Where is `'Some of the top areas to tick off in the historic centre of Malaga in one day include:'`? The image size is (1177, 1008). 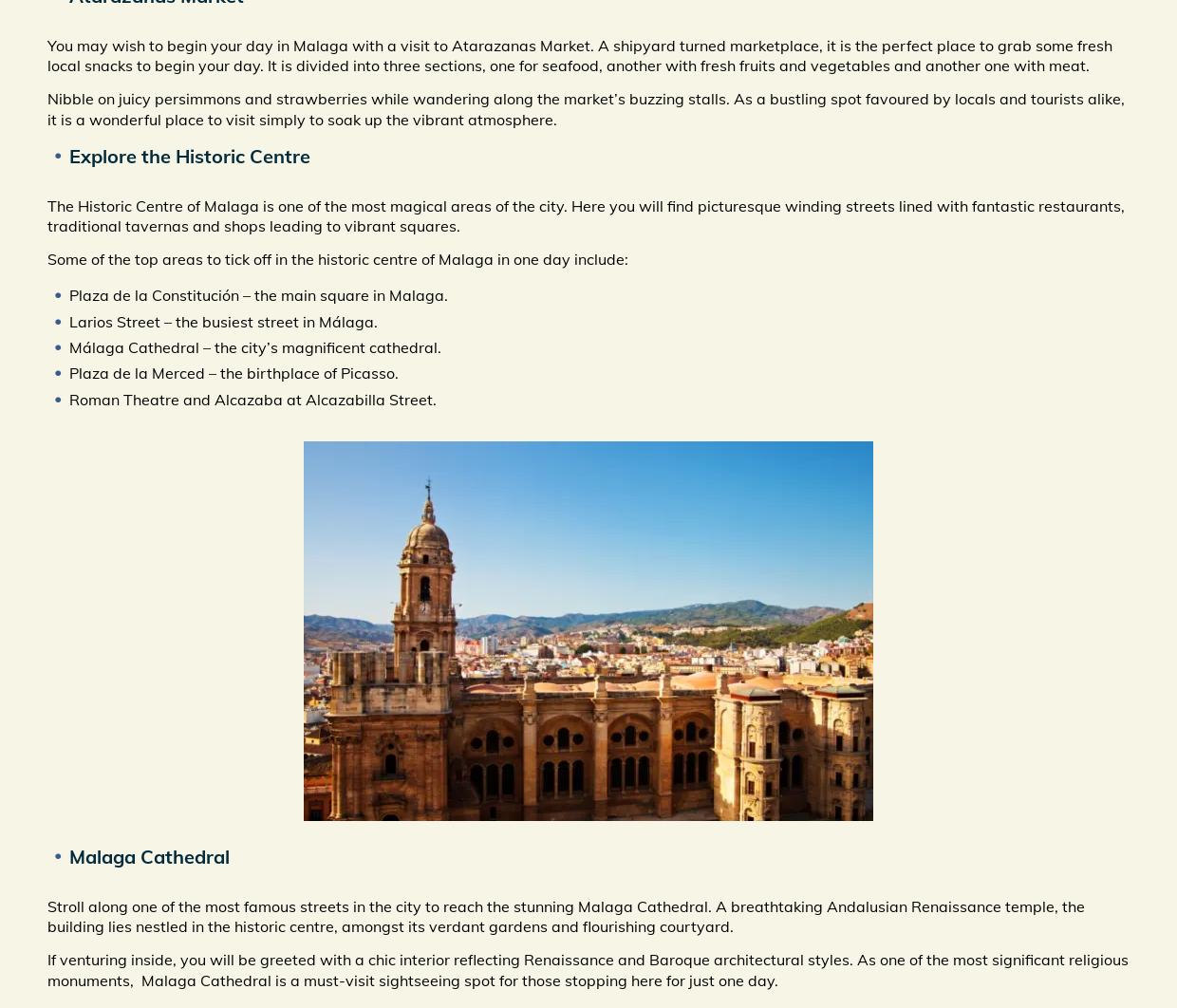
'Some of the top areas to tick off in the historic centre of Malaga in one day include:' is located at coordinates (46, 258).